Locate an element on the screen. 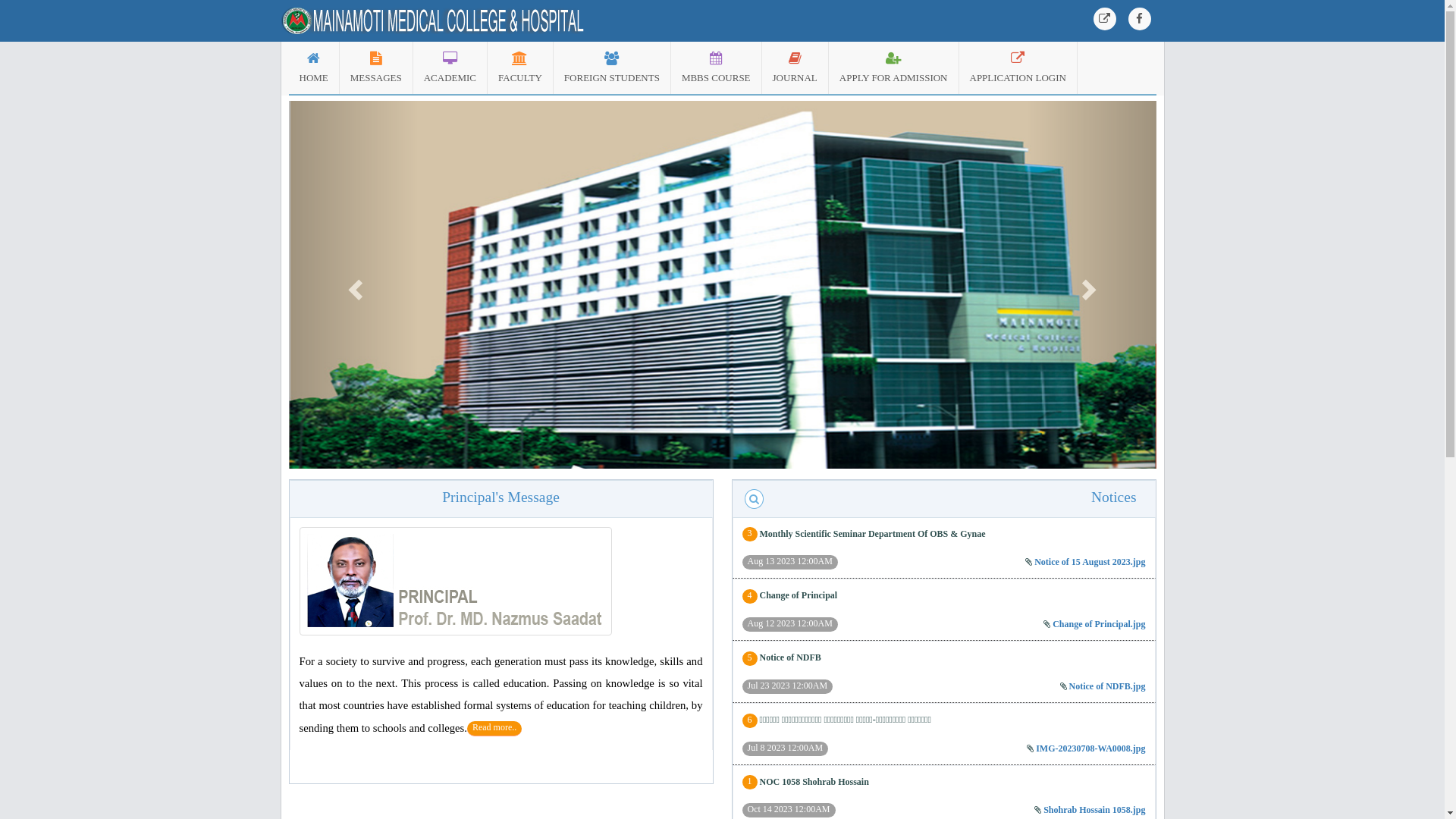  'Web Application Login' is located at coordinates (1105, 18).